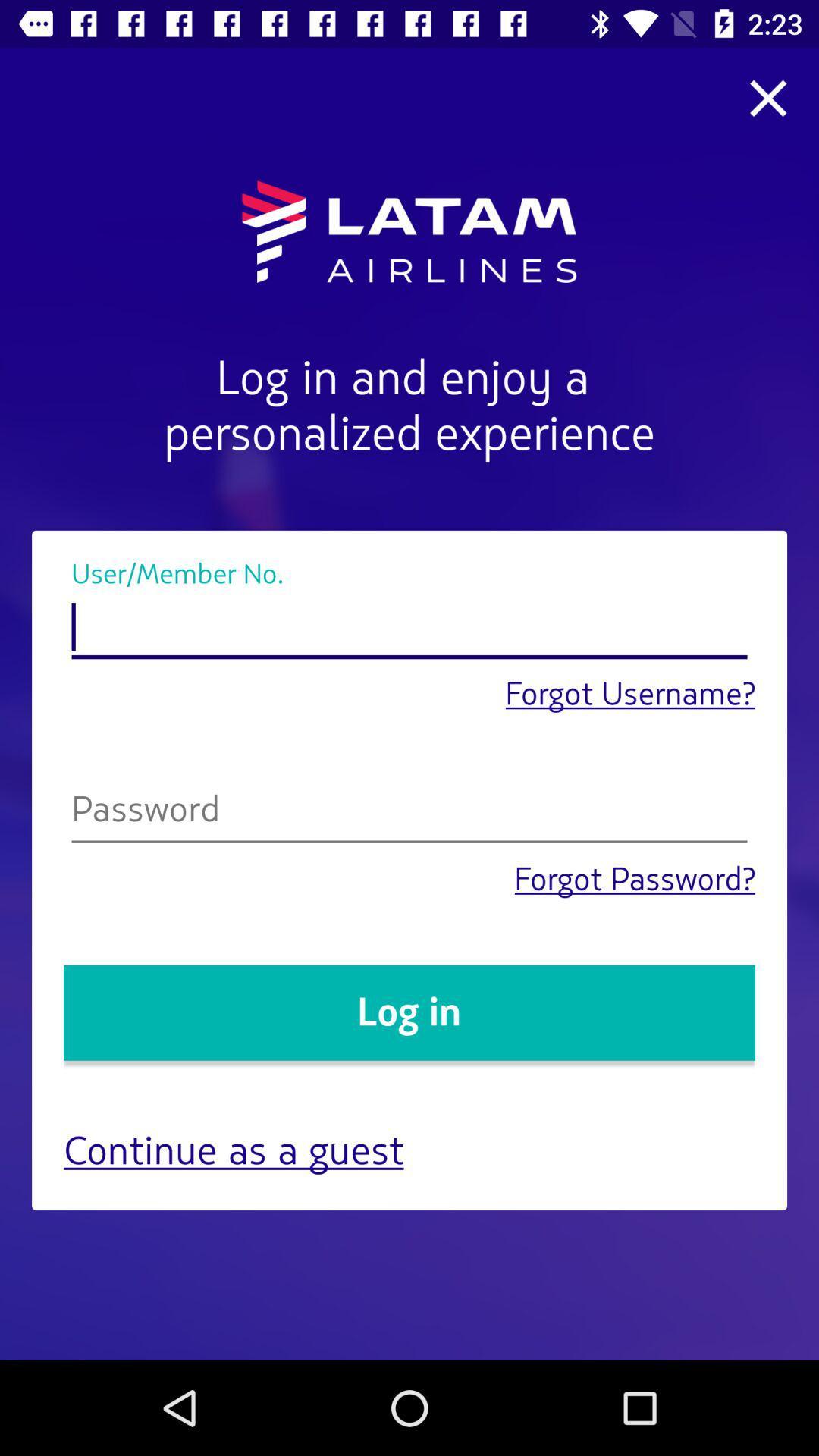  What do you see at coordinates (409, 812) in the screenshot?
I see `password selection` at bounding box center [409, 812].